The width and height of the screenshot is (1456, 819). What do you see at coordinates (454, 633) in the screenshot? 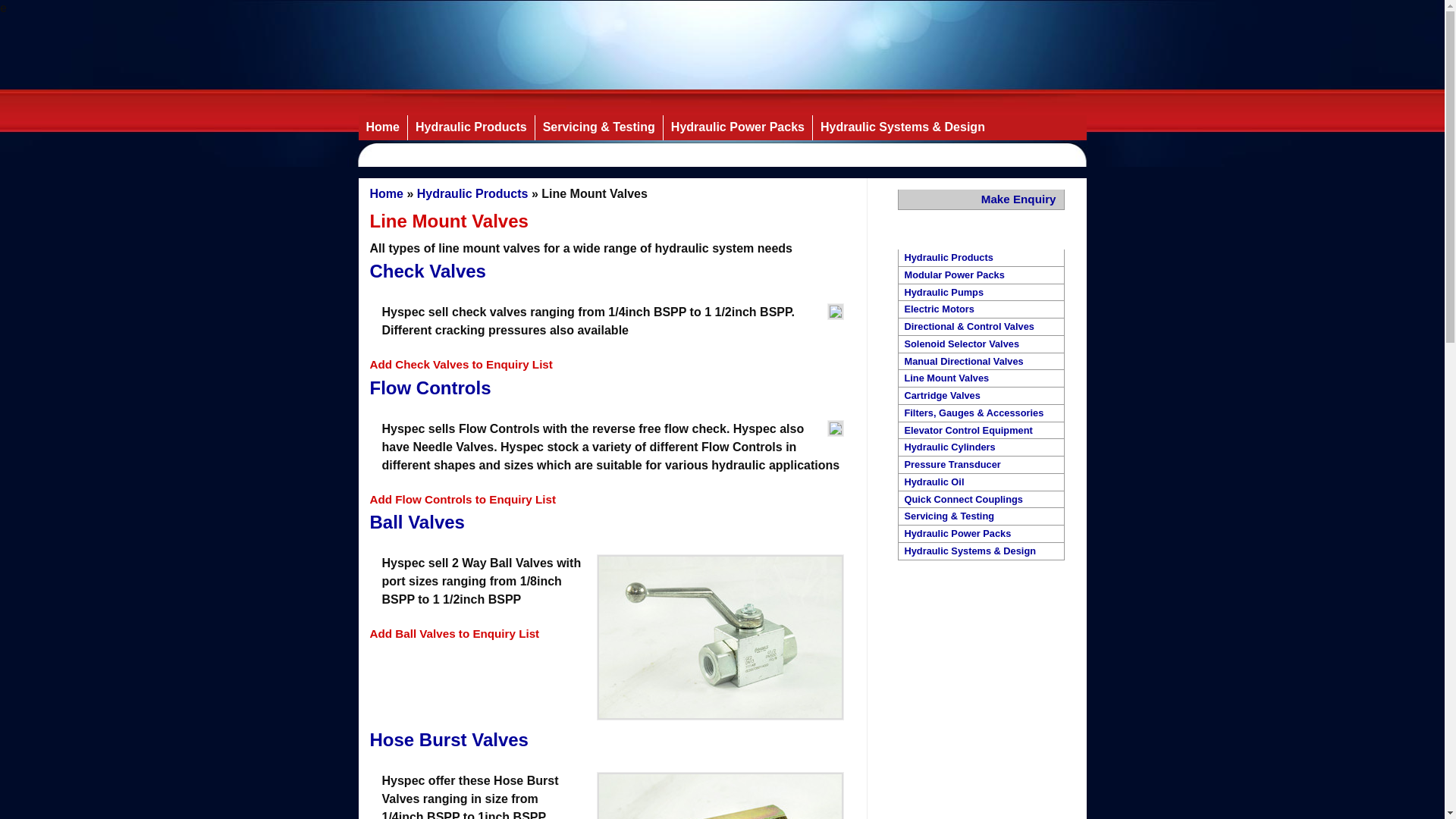
I see `'Add Ball Valves to Enquiry List'` at bounding box center [454, 633].